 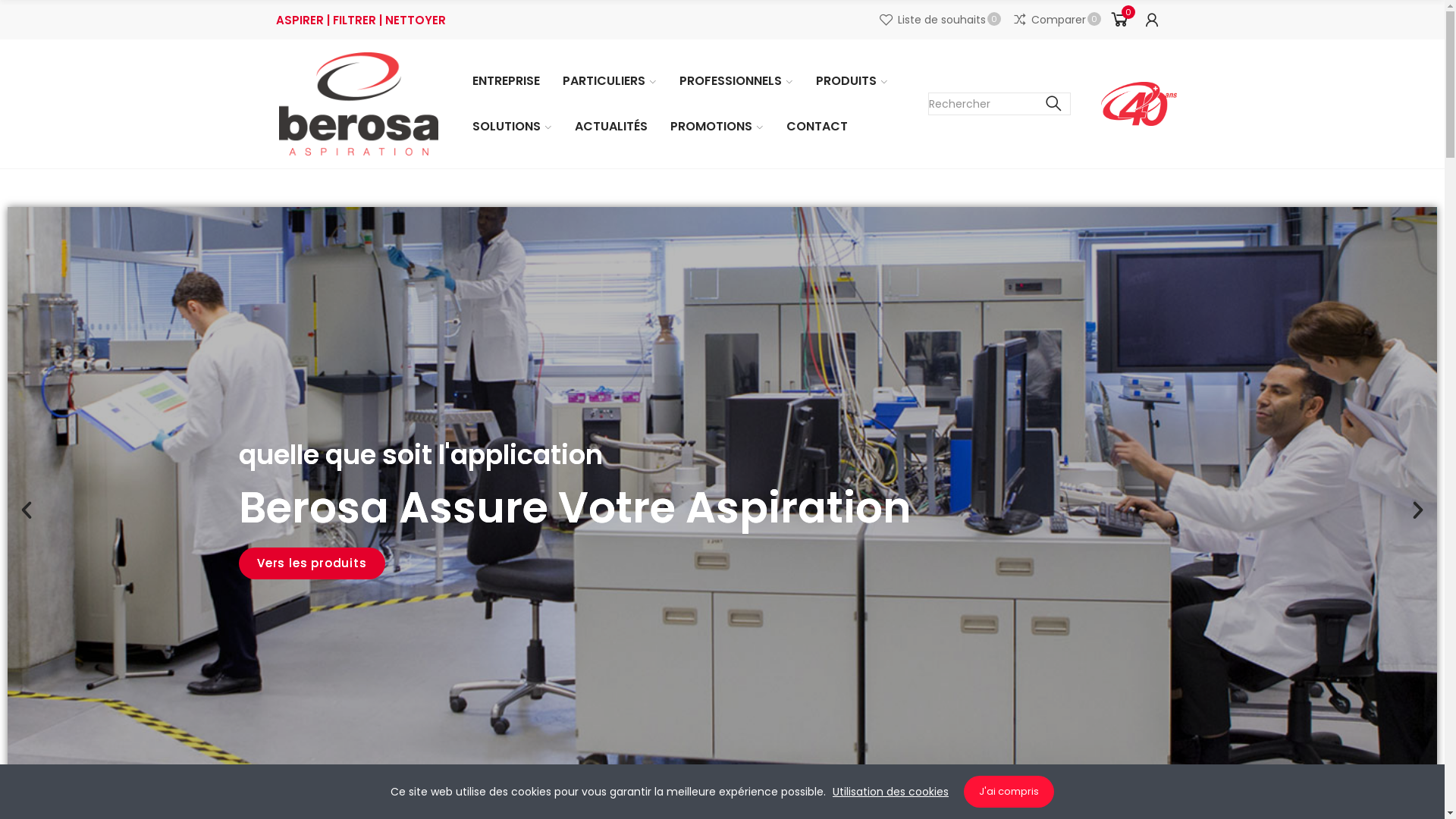 I want to click on 'Utilisation des cookies', so click(x=890, y=791).